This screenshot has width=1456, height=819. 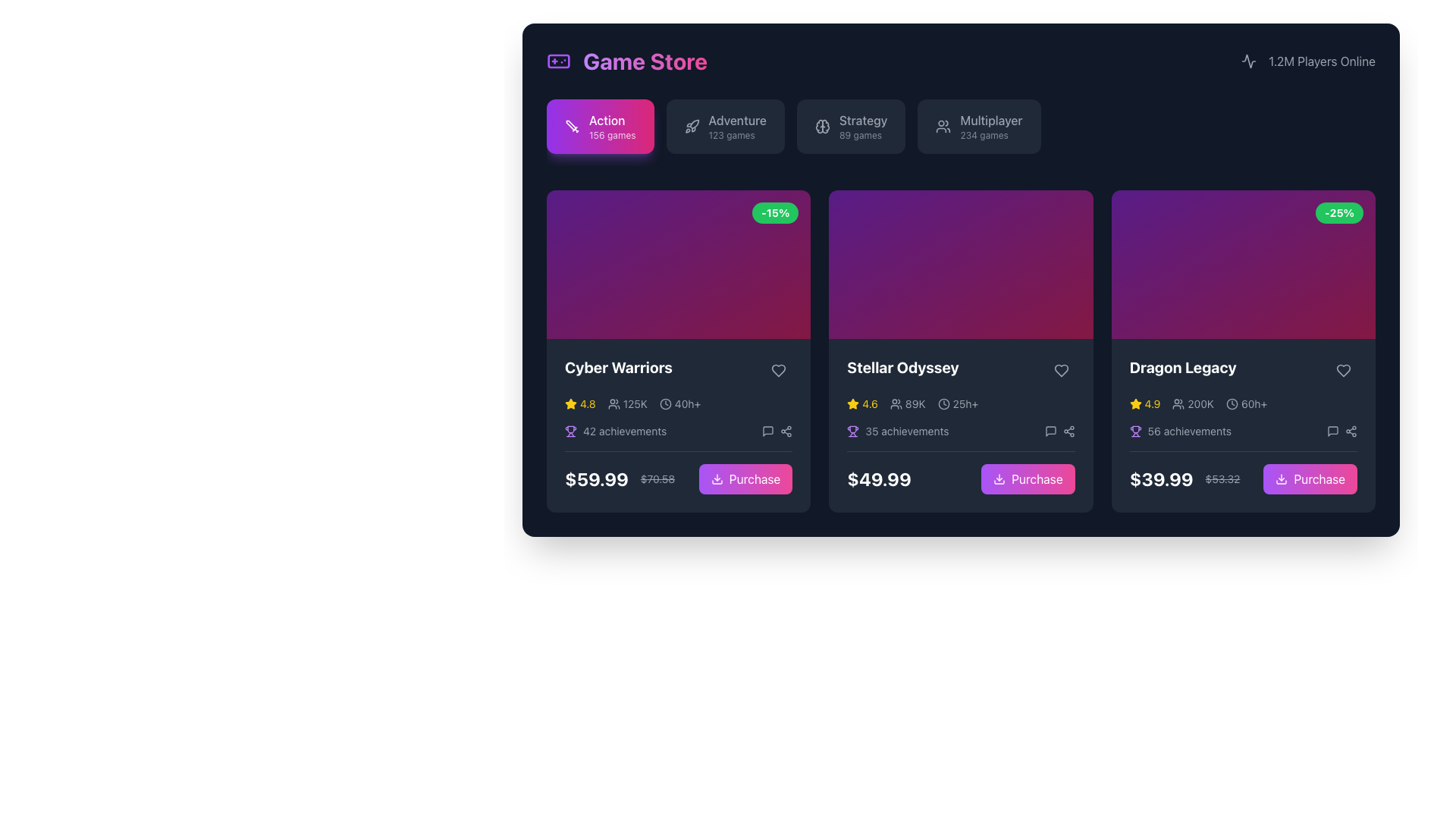 What do you see at coordinates (607, 119) in the screenshot?
I see `the text label displaying 'Action' in medium font weight, styled in white on a gradient purple background, located within the rectangular button labeled 'Action 156 games'` at bounding box center [607, 119].